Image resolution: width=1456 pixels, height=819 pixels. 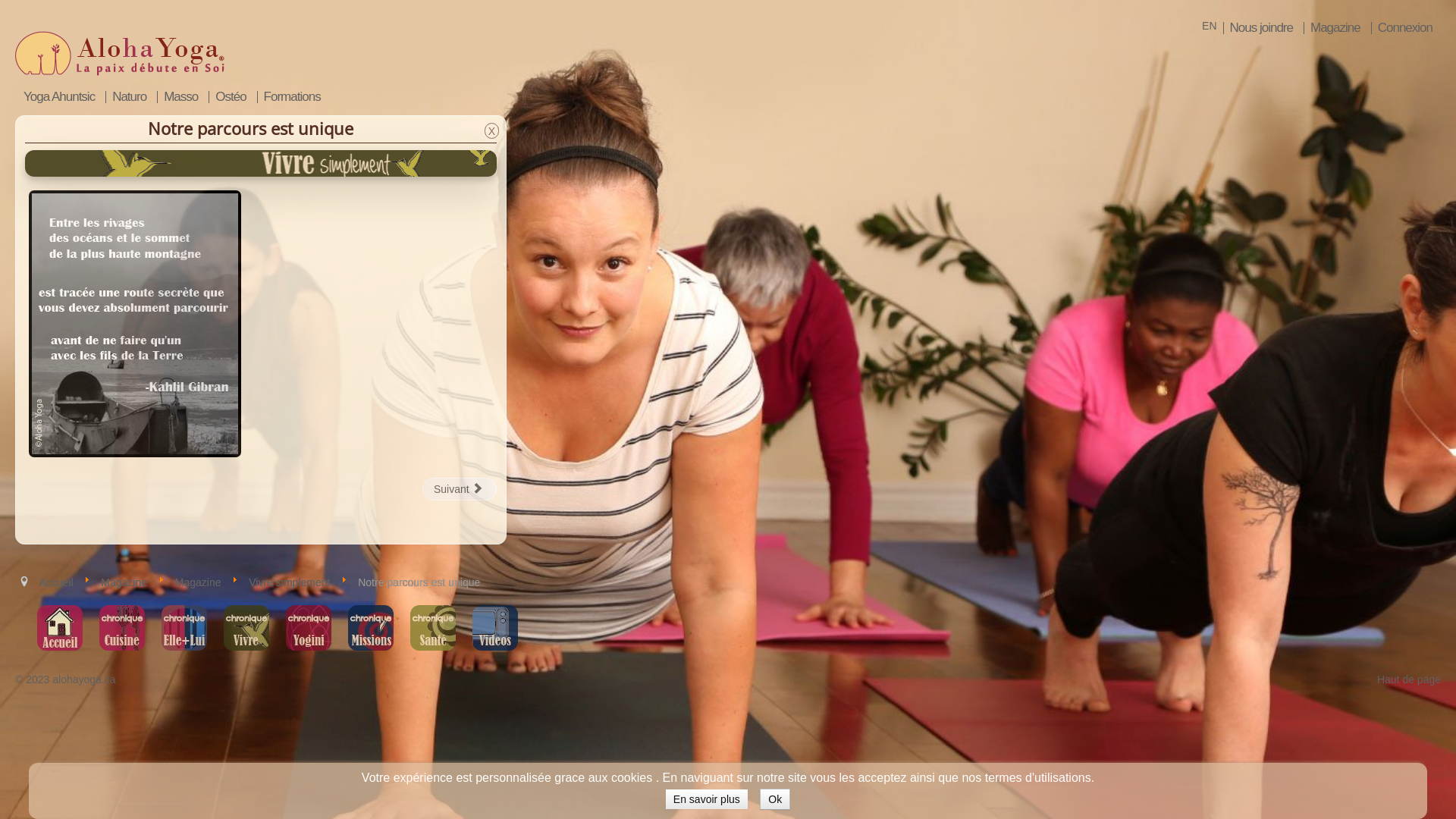 What do you see at coordinates (1404, 28) in the screenshot?
I see `'Connexion'` at bounding box center [1404, 28].